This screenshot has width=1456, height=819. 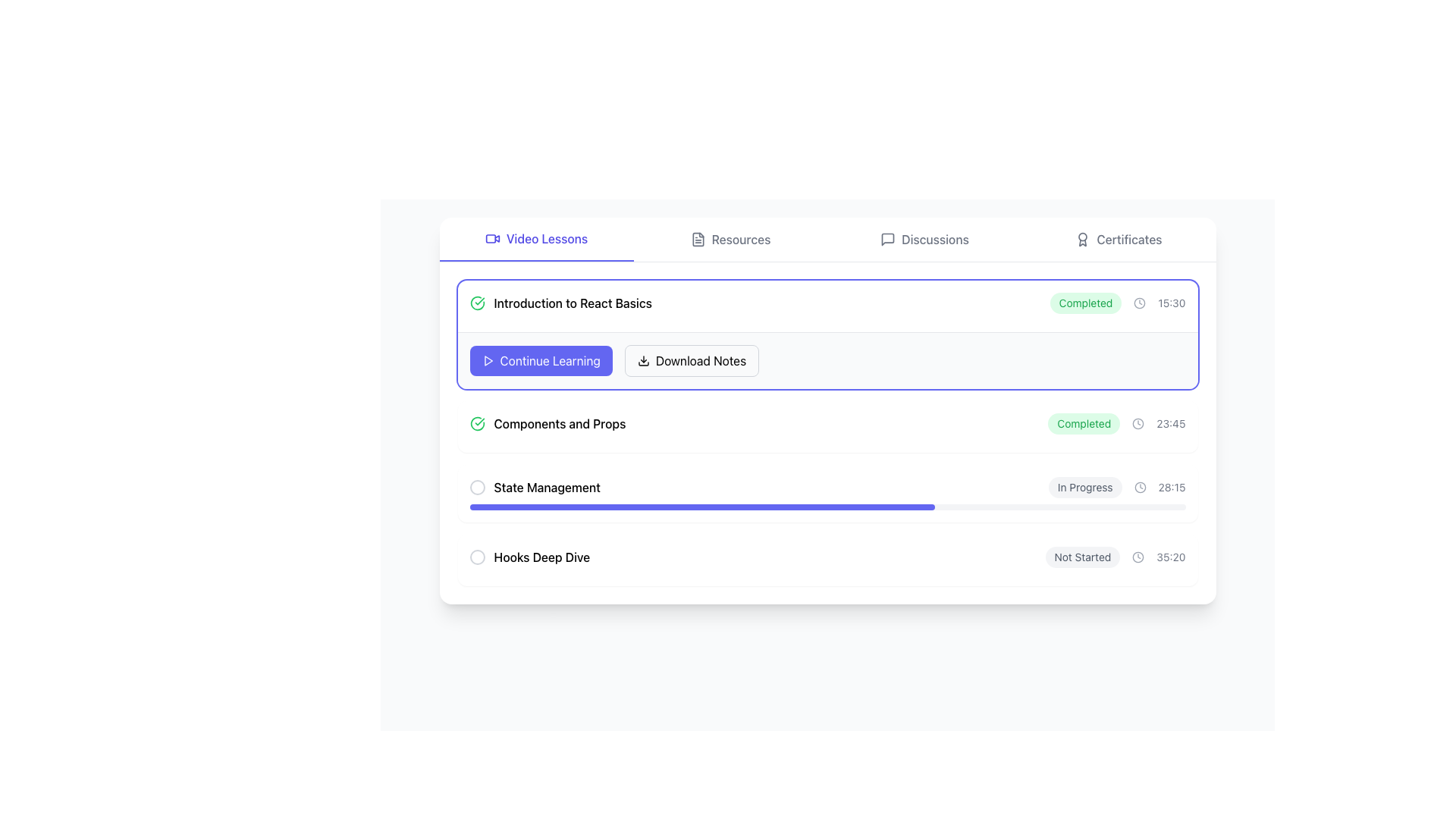 I want to click on the document icon located to the immediate left of the 'Resources' text in the navigation bar by moving the cursor to its center point, so click(x=697, y=239).